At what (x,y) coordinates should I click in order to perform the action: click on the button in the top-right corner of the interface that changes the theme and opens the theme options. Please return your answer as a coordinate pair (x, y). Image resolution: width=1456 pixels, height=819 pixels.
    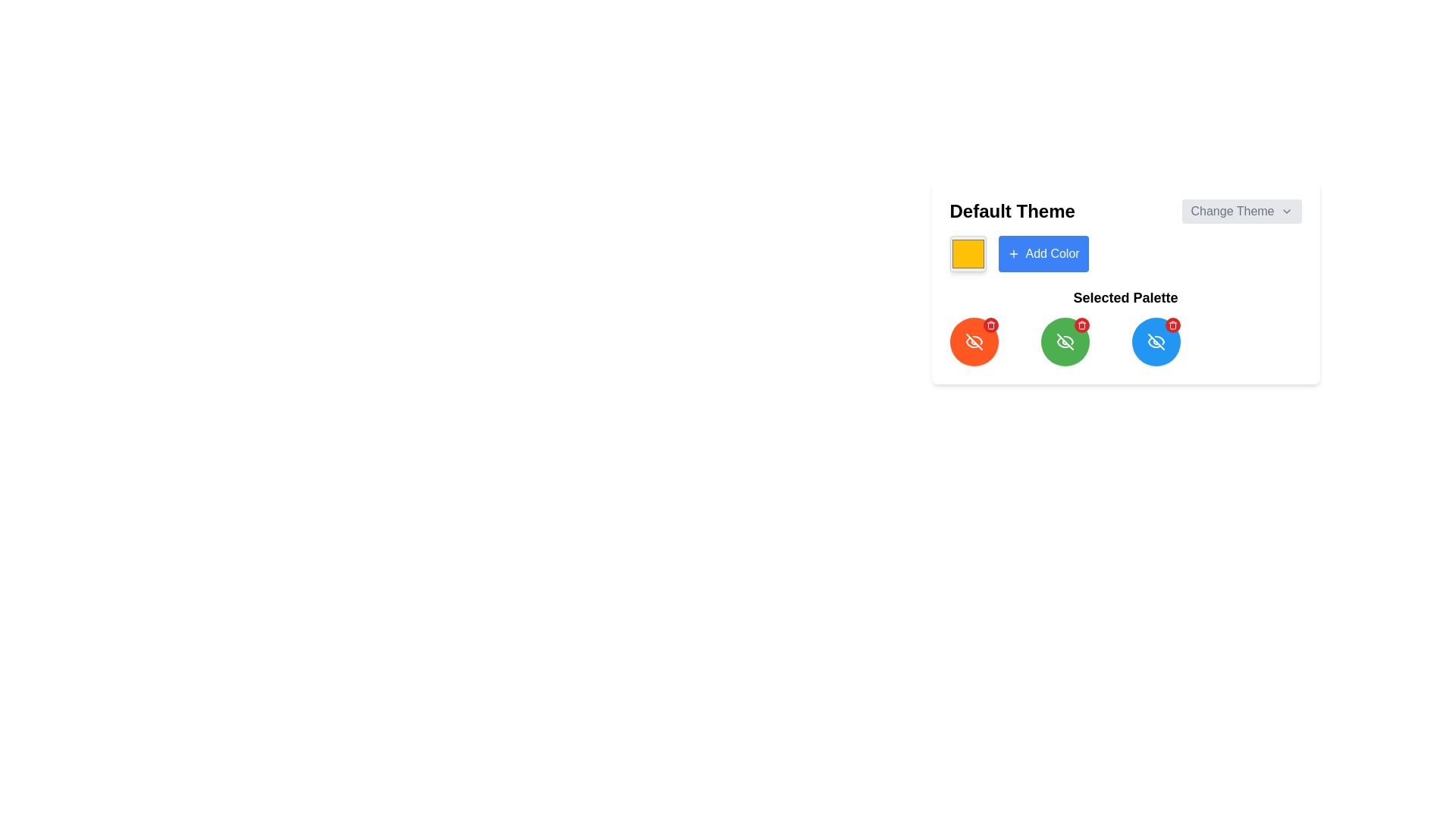
    Looking at the image, I should click on (1241, 211).